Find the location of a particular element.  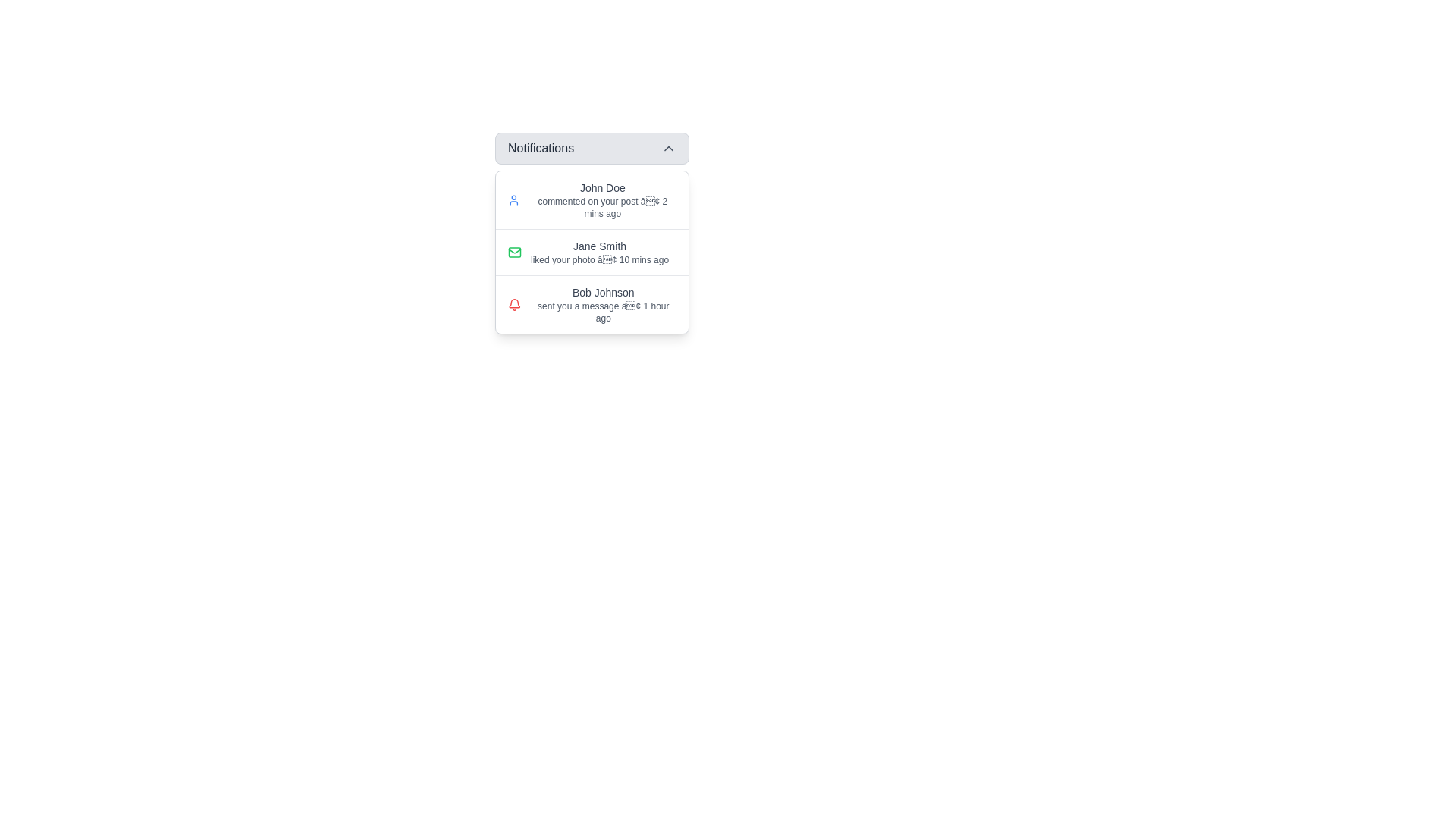

the text label indicating the sender 'Bob Johnson' in the bottom notification entry of the notification dropdown menu is located at coordinates (602, 292).